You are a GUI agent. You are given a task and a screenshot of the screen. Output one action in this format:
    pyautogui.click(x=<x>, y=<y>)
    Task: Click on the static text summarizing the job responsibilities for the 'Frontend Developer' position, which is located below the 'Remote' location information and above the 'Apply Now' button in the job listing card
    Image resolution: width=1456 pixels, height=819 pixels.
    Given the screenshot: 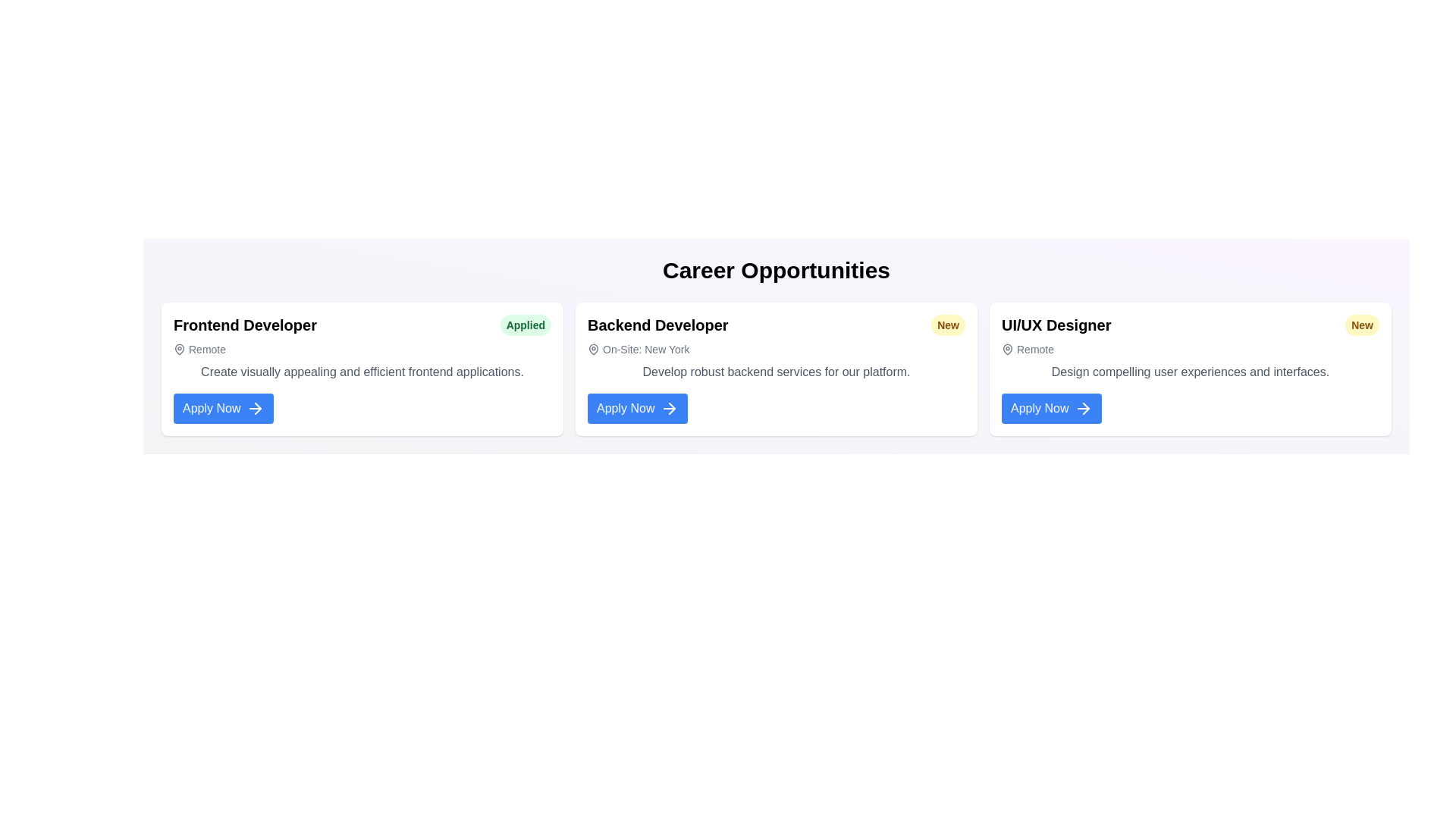 What is the action you would take?
    pyautogui.click(x=362, y=372)
    